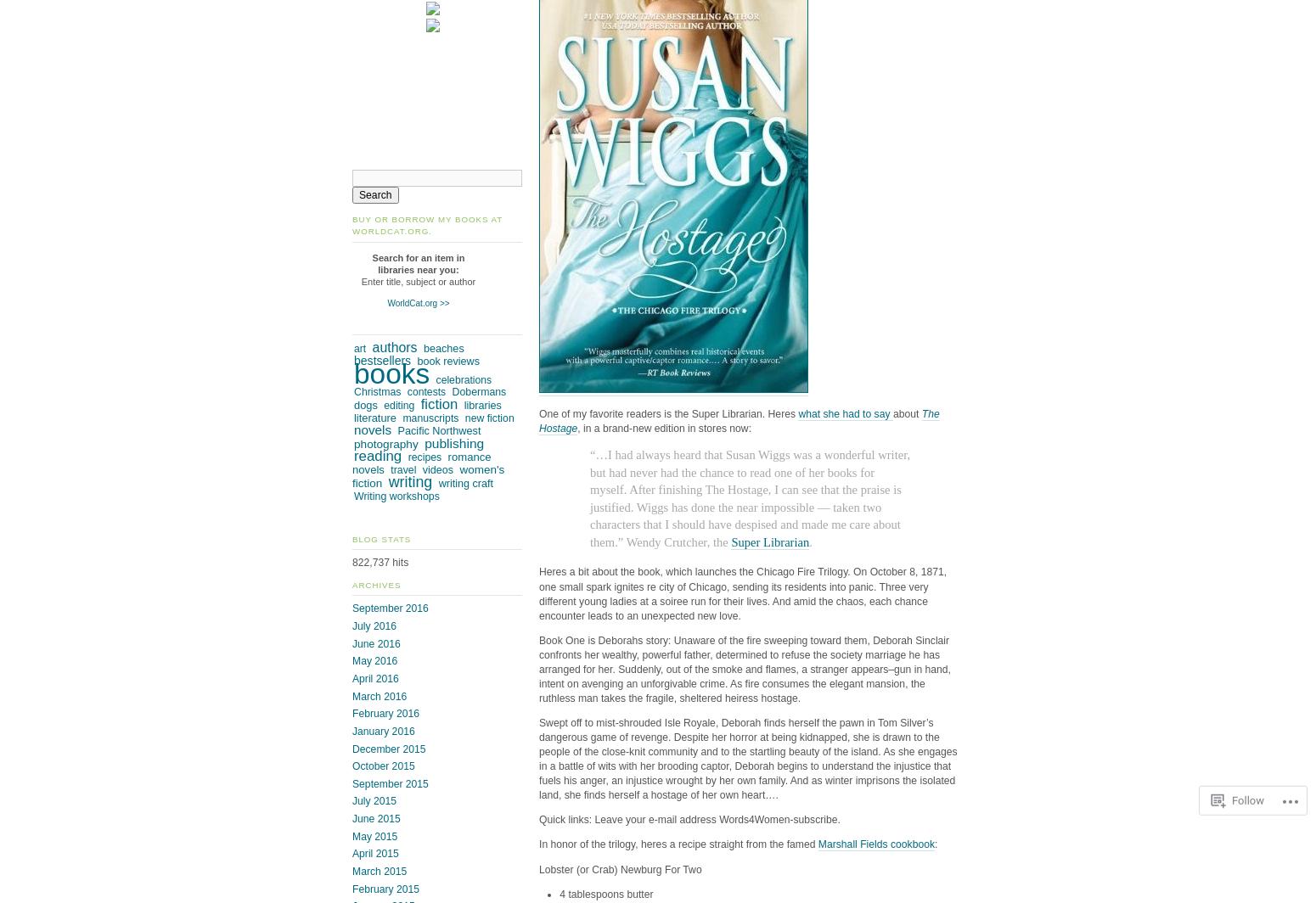  What do you see at coordinates (424, 457) in the screenshot?
I see `'recipes'` at bounding box center [424, 457].